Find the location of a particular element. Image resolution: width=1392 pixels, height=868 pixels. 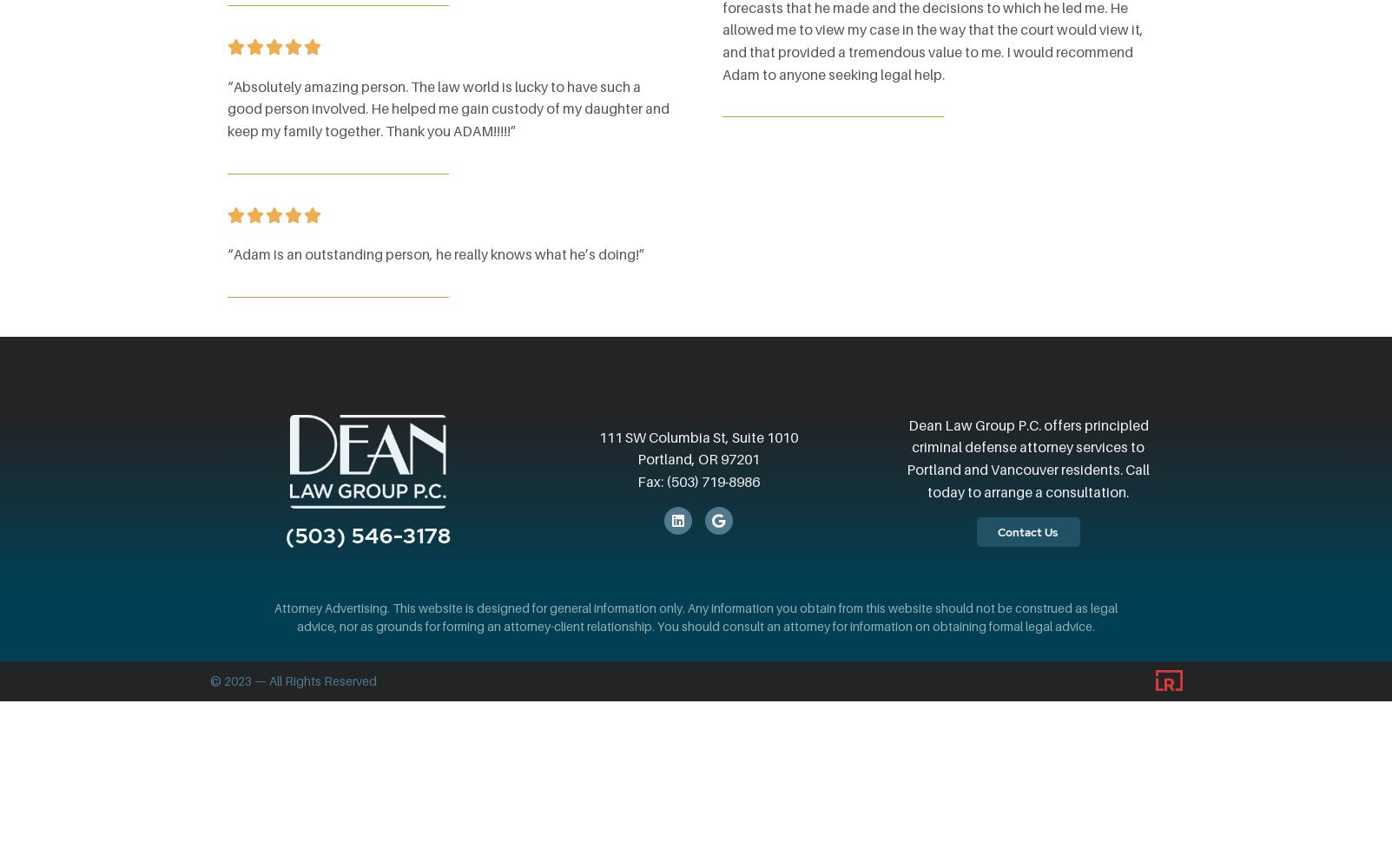

'Portland, OR 97201' is located at coordinates (636, 459).